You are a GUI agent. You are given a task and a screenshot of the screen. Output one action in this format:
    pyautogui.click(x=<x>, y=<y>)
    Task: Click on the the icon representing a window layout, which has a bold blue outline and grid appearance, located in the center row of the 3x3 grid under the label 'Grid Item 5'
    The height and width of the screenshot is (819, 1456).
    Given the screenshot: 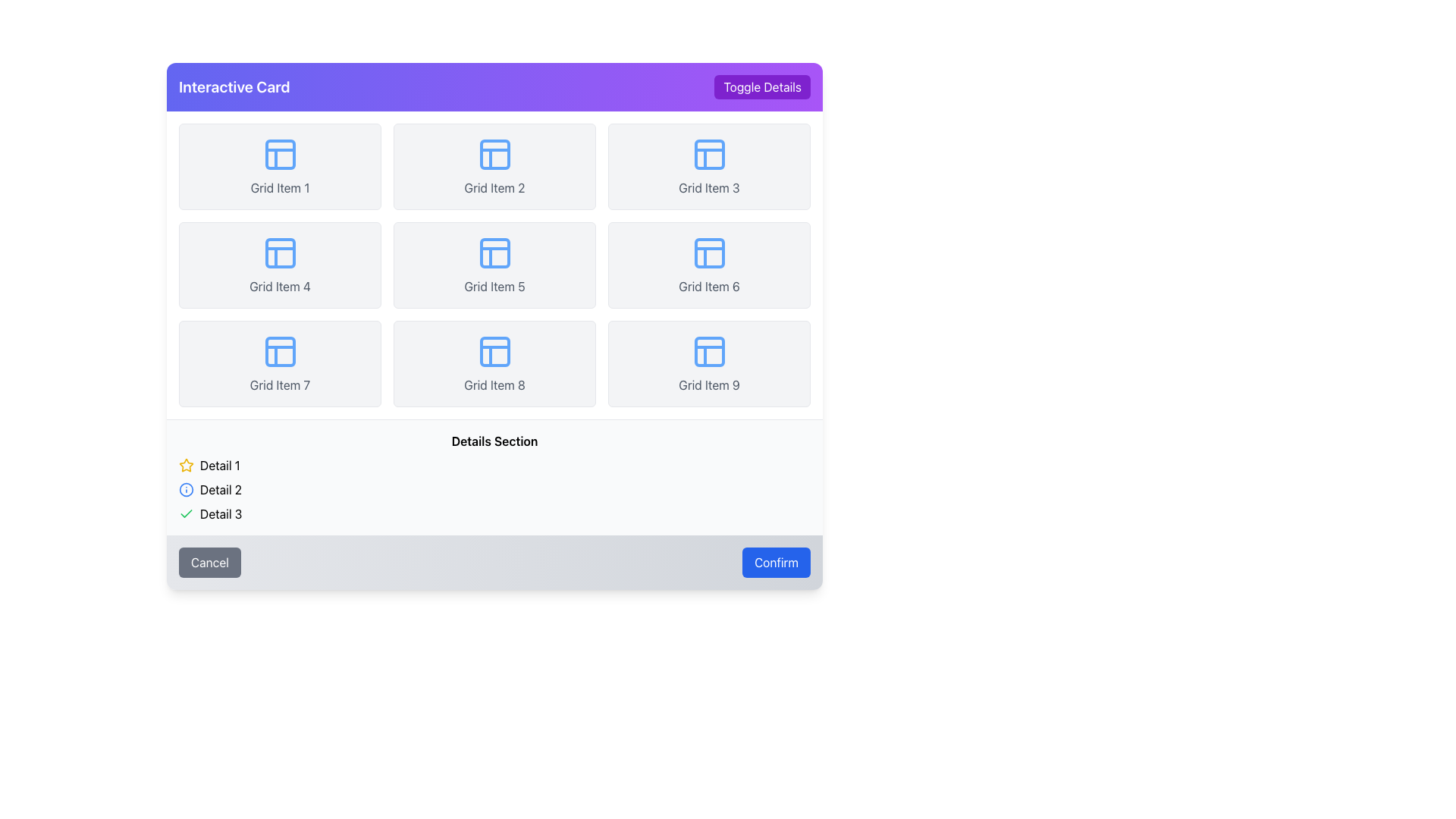 What is the action you would take?
    pyautogui.click(x=494, y=253)
    